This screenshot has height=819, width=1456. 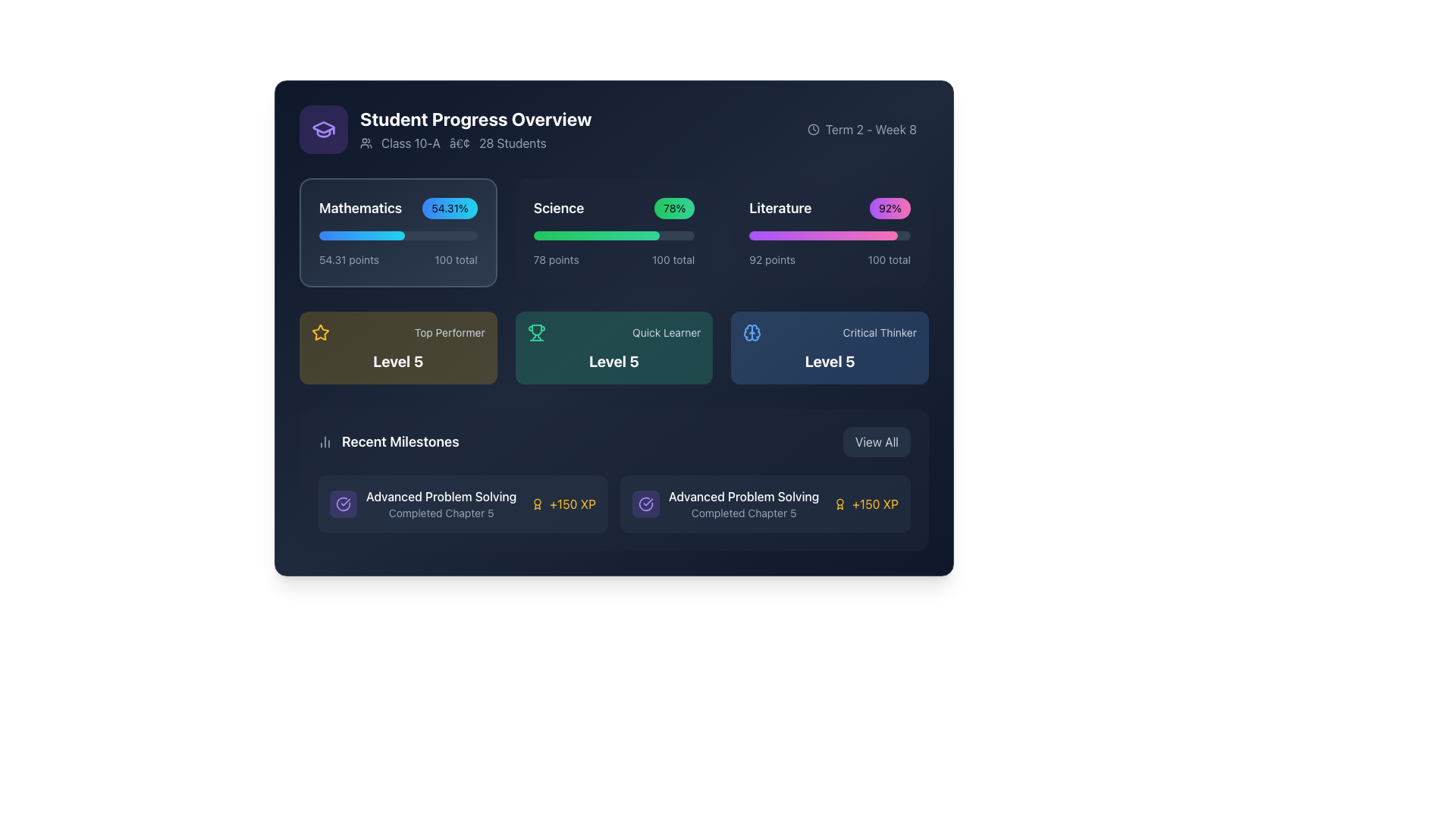 I want to click on the 'Advanced Problem Solving' milestone text display element located in the 'Recent Milestones' section, which is positioned above a completed checkmark icon, so click(x=441, y=504).